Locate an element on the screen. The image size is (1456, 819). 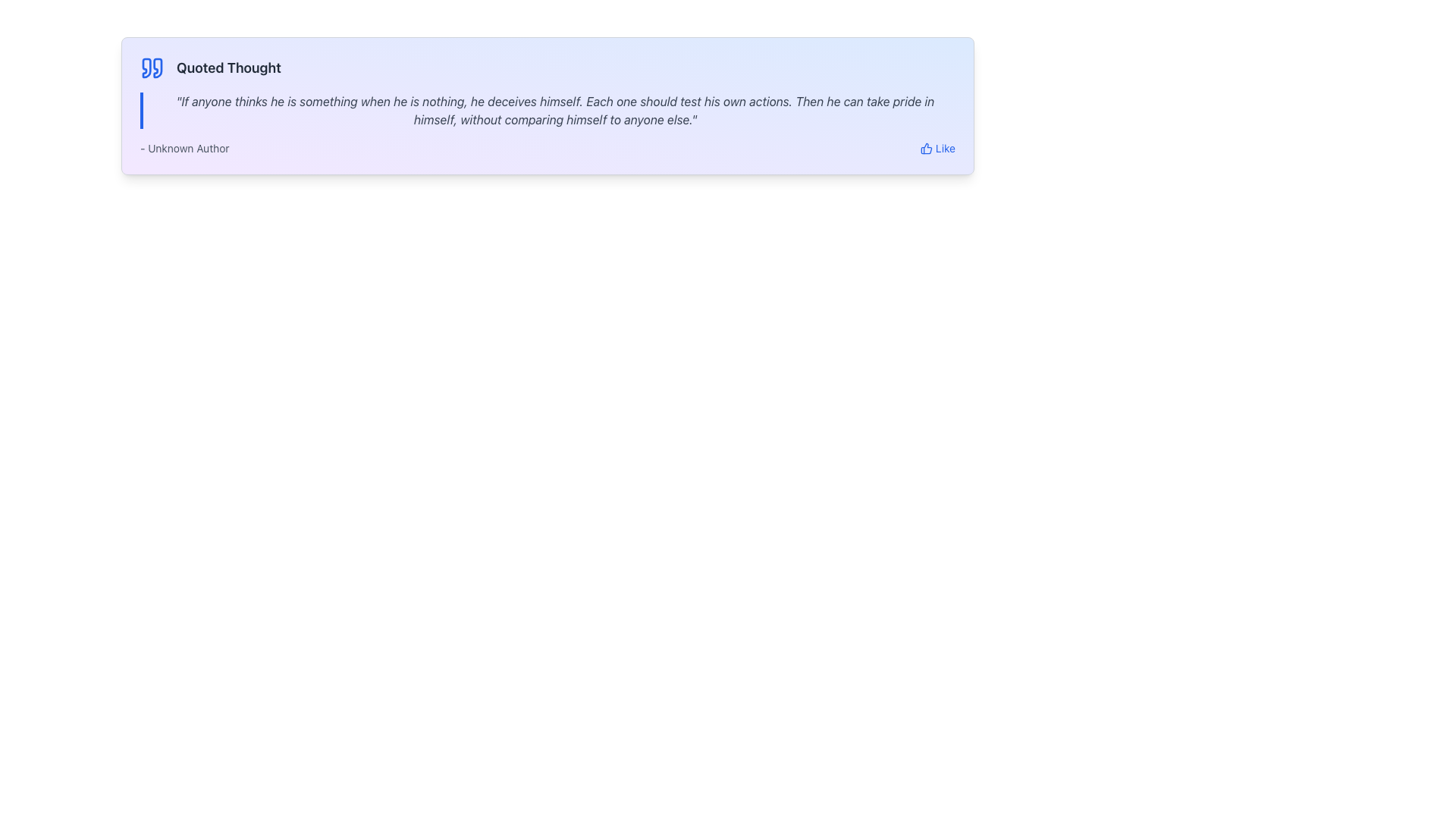
text content of the title label for the quotation block, which is located on the top row to the right of a blue quotation mark icon is located at coordinates (227, 67).